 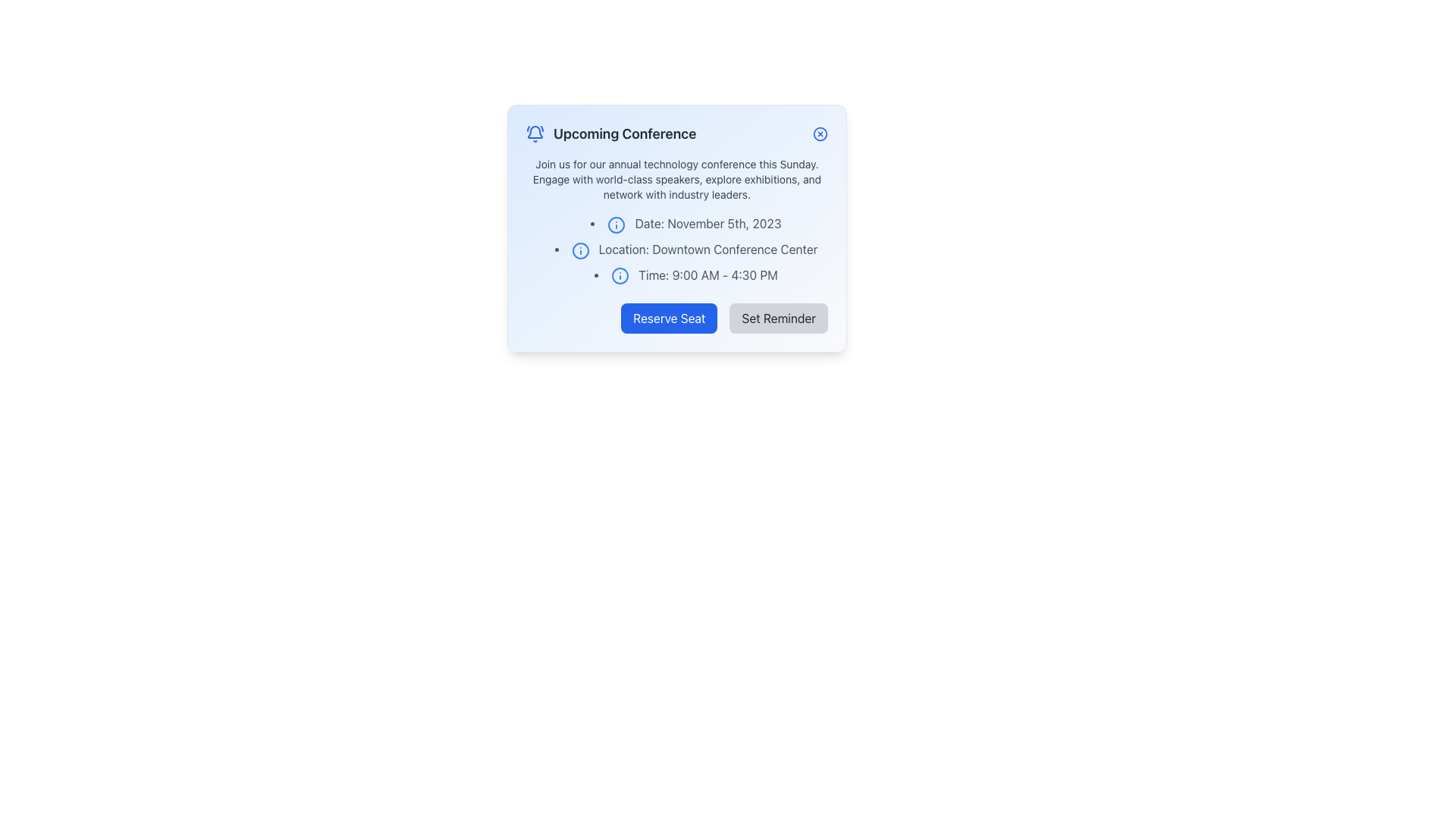 I want to click on the button with rounded corners, blue background, and white text reading 'Reserve Seat' to reserve a seat, so click(x=668, y=318).